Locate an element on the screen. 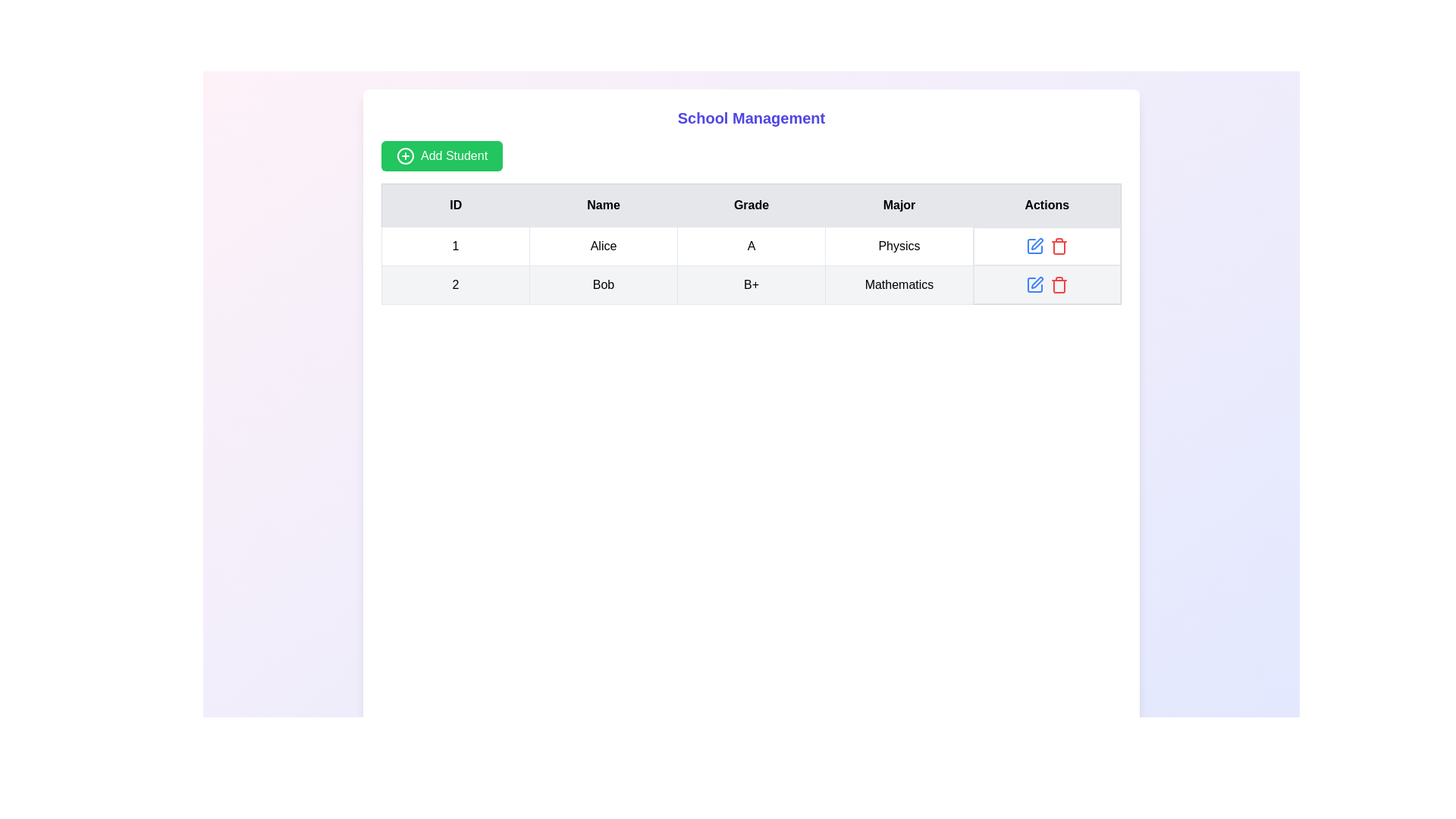  the SVG vector graphic button representing the edit action for the associated row in the table to initiate the editing function is located at coordinates (1034, 245).